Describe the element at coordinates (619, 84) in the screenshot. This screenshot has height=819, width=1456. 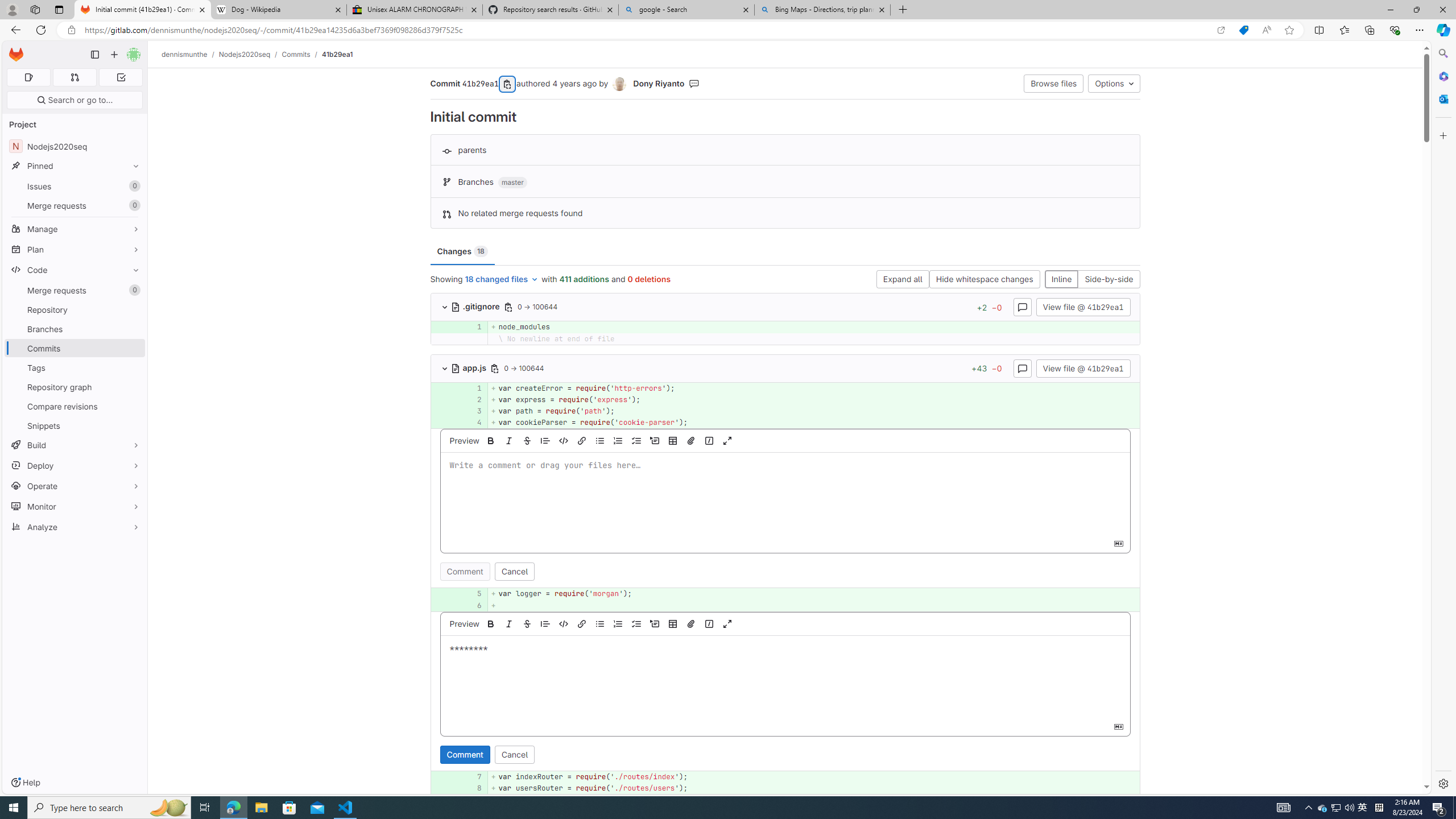
I see `'Dony Riyanto'` at that location.